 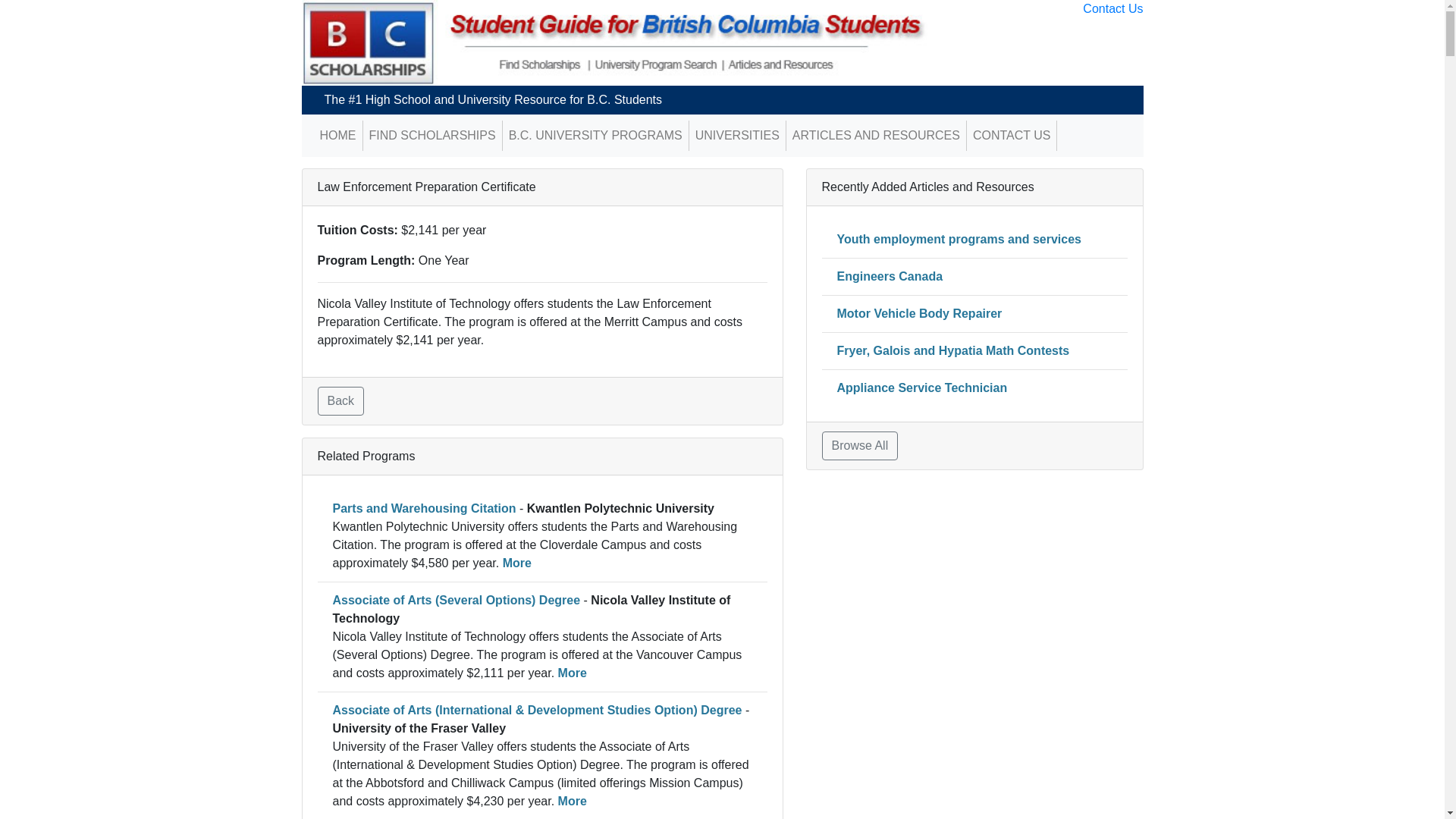 What do you see at coordinates (890, 276) in the screenshot?
I see `'Engineers Canada'` at bounding box center [890, 276].